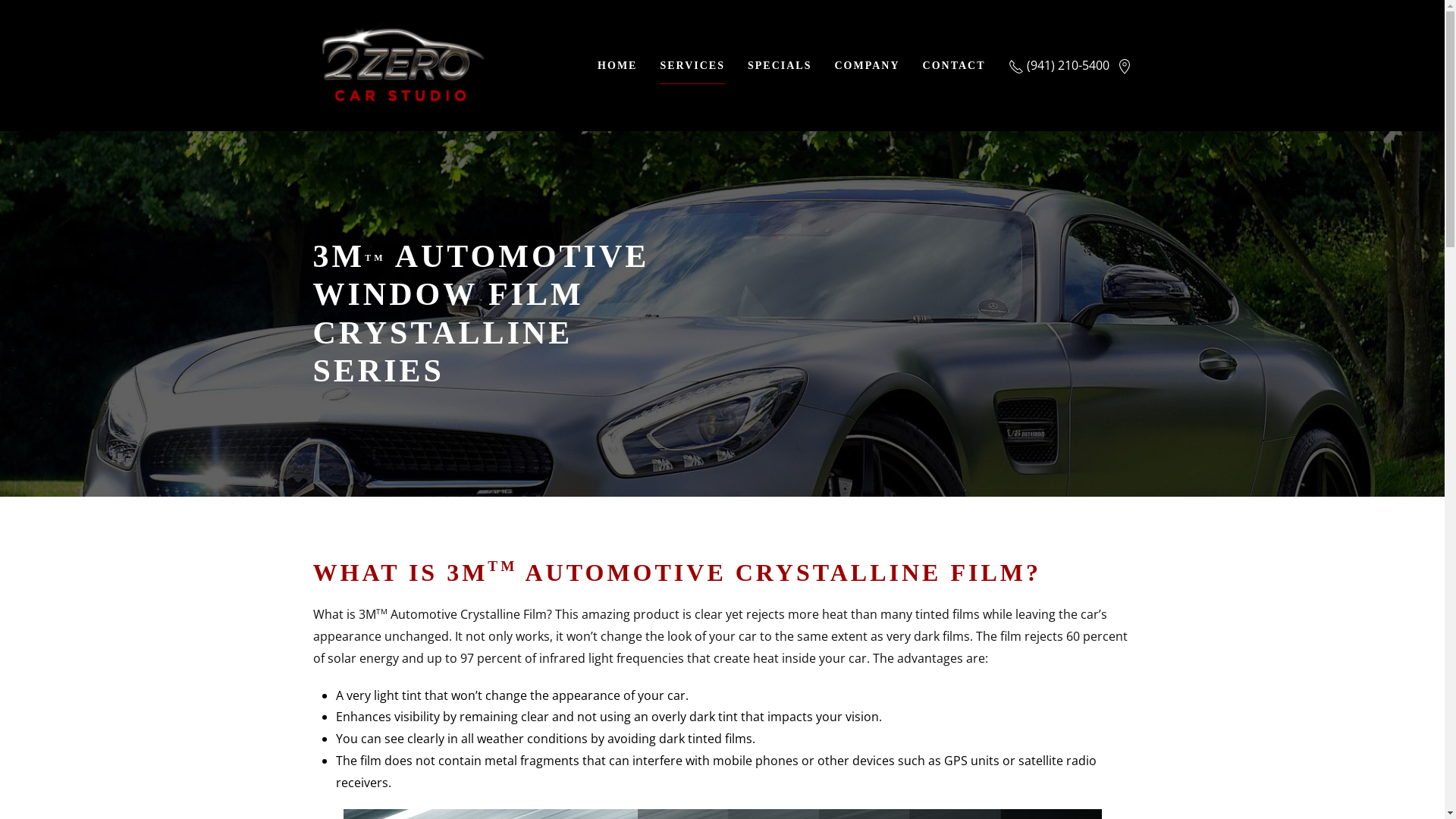  Describe the element at coordinates (691, 64) in the screenshot. I see `'SERVICES'` at that location.